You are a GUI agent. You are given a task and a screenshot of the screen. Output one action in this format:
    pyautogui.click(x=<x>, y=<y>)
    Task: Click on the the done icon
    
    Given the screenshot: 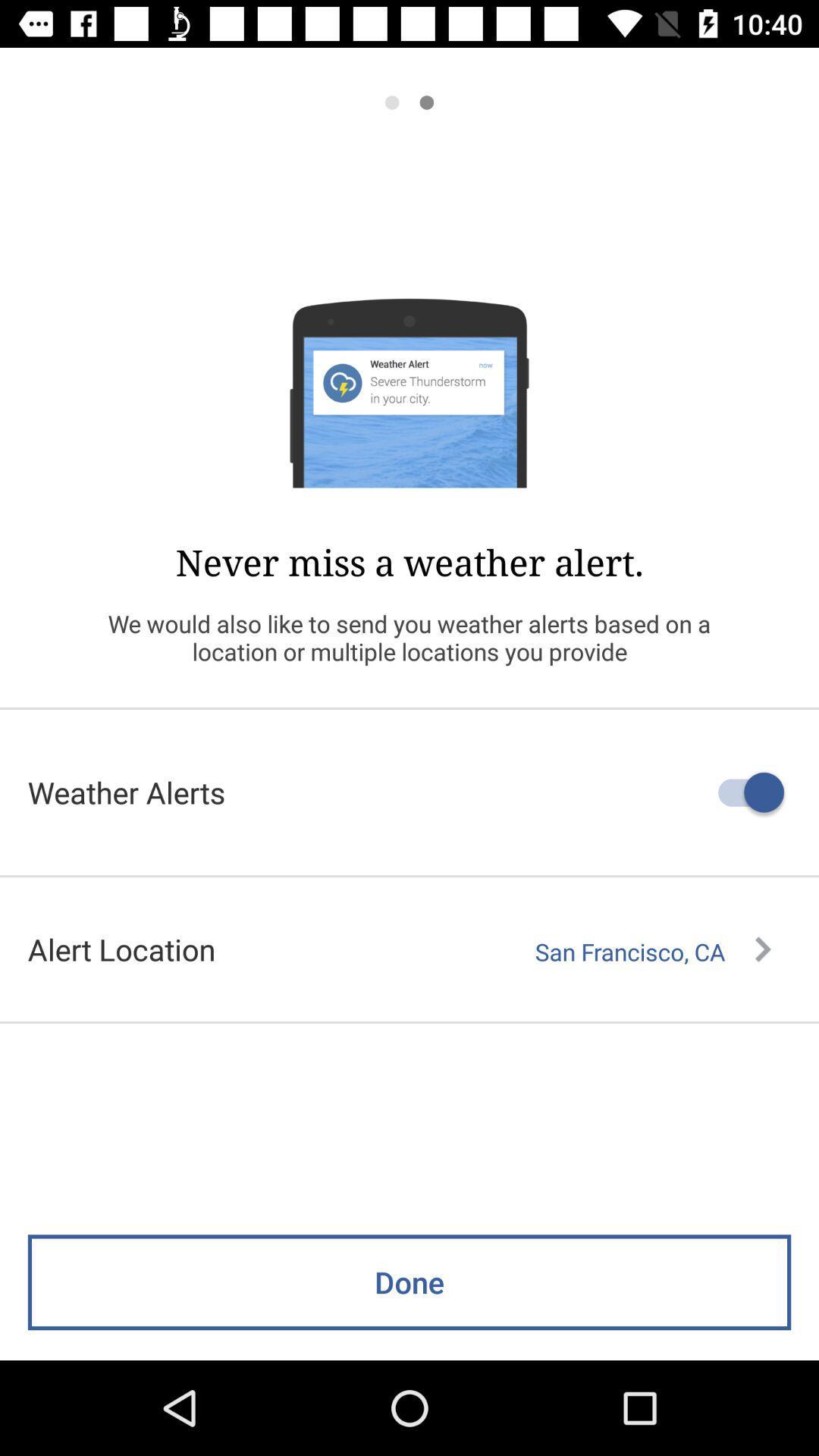 What is the action you would take?
    pyautogui.click(x=409, y=1282)
    